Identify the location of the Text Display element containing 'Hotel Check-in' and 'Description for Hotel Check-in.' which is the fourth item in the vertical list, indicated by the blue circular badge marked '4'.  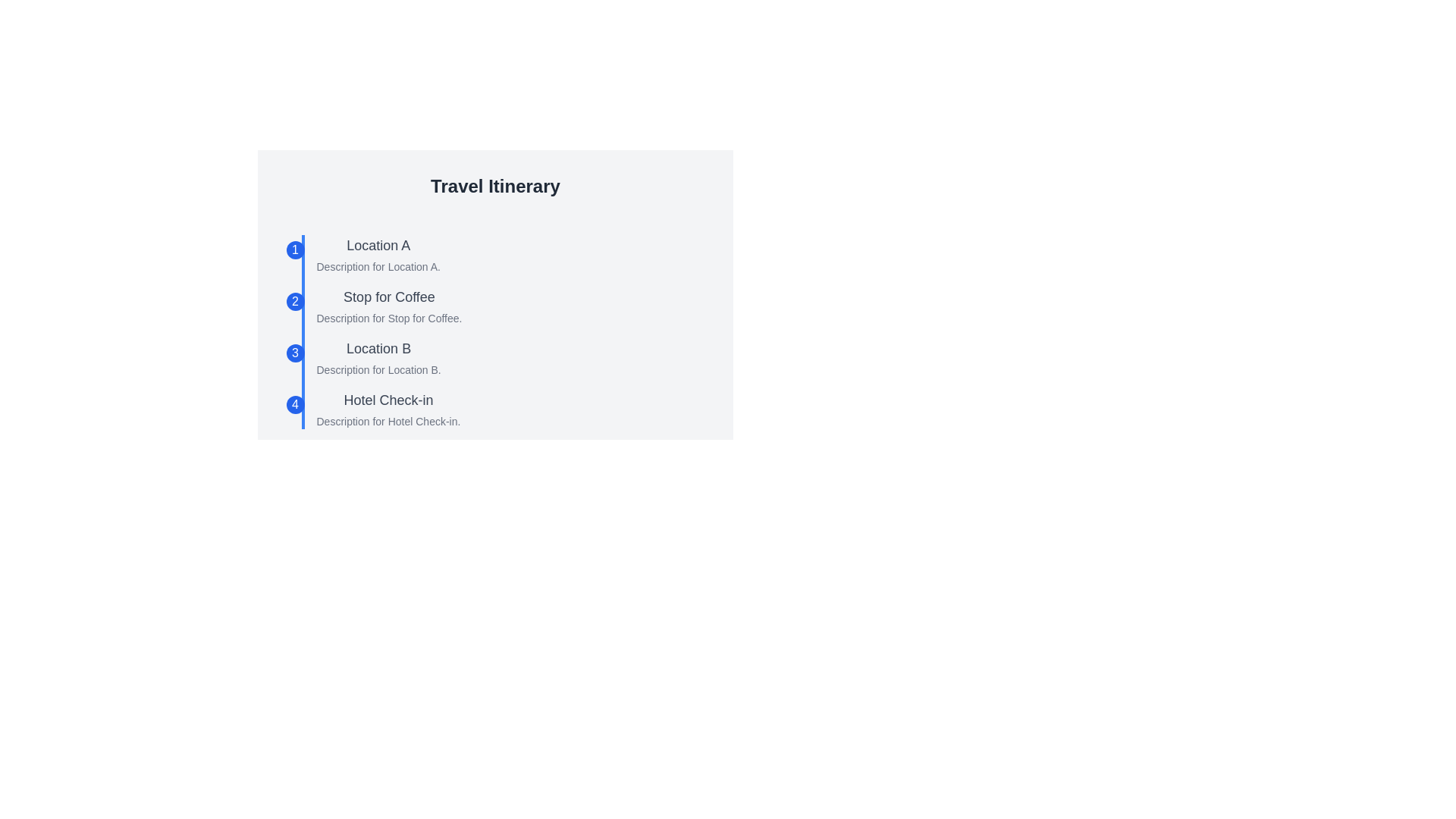
(388, 409).